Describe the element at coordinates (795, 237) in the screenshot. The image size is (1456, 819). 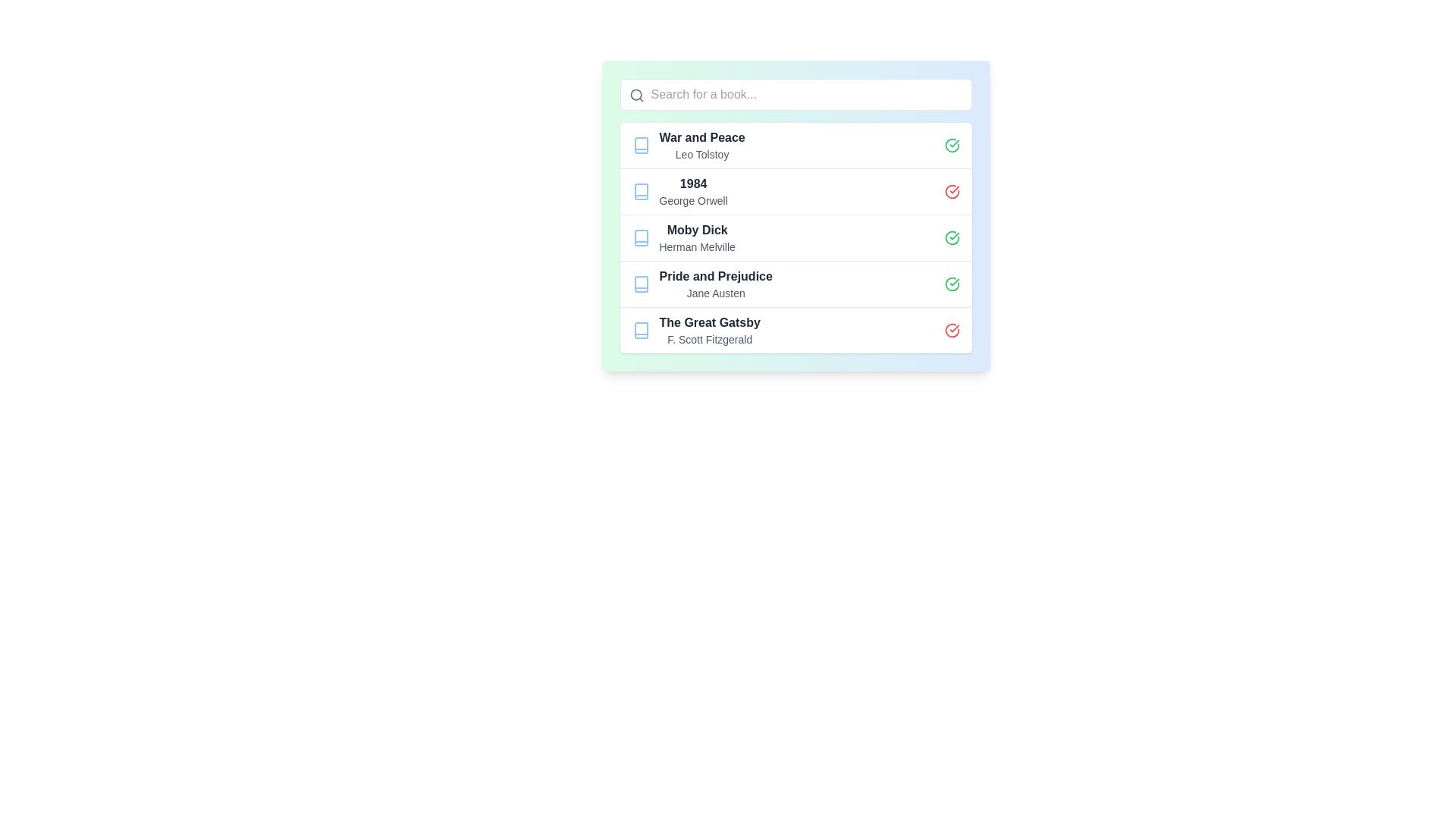
I see `the third list item displaying a book entry, which is located between '1984 by George Orwell' and 'Pride and Prejudice by Jane Austen'` at that location.